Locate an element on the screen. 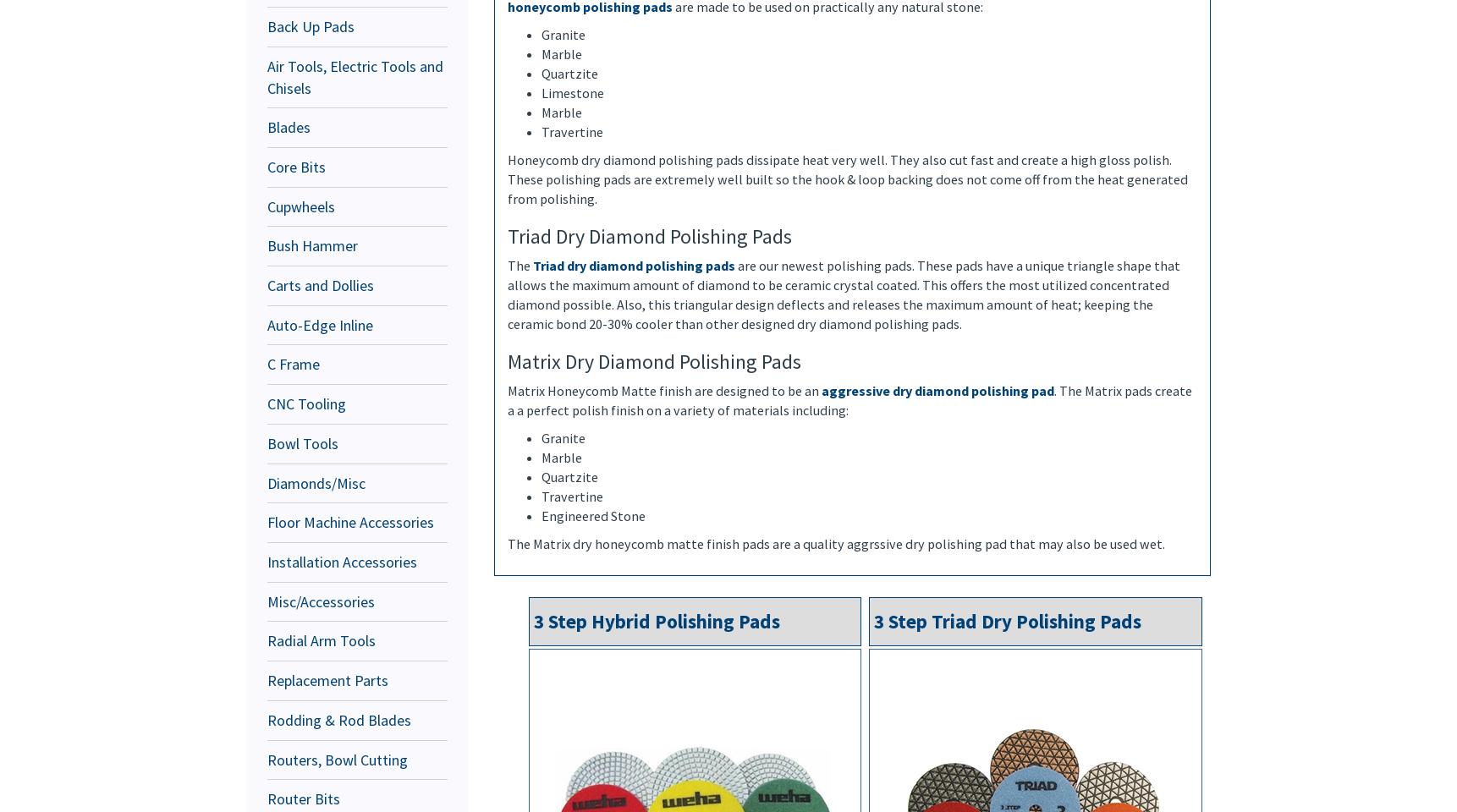 The image size is (1457, 812). 'Matrix Honeycomb Matte finish are designed to be an' is located at coordinates (663, 390).